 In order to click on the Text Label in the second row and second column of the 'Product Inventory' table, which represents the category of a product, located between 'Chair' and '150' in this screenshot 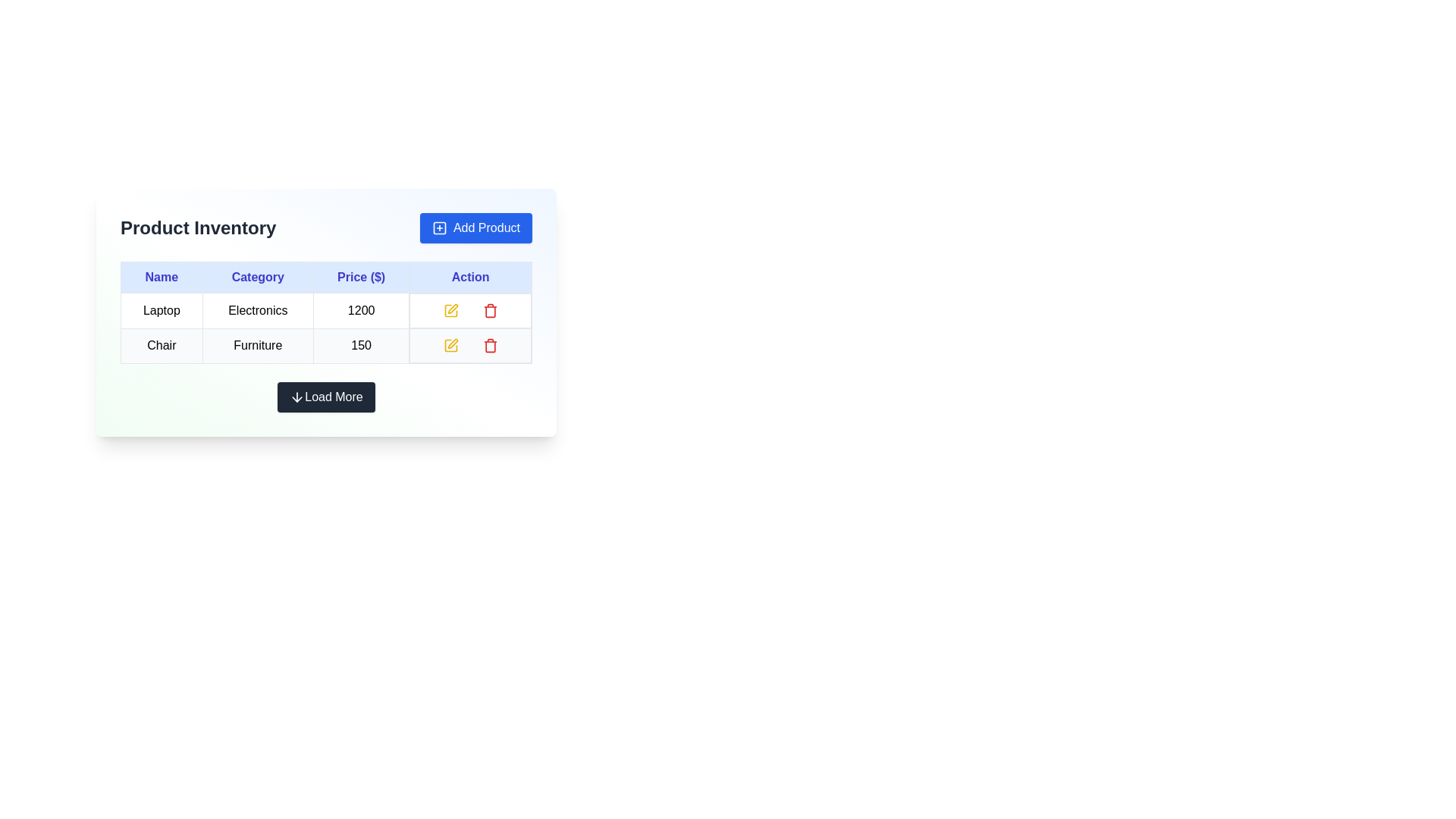, I will do `click(258, 346)`.